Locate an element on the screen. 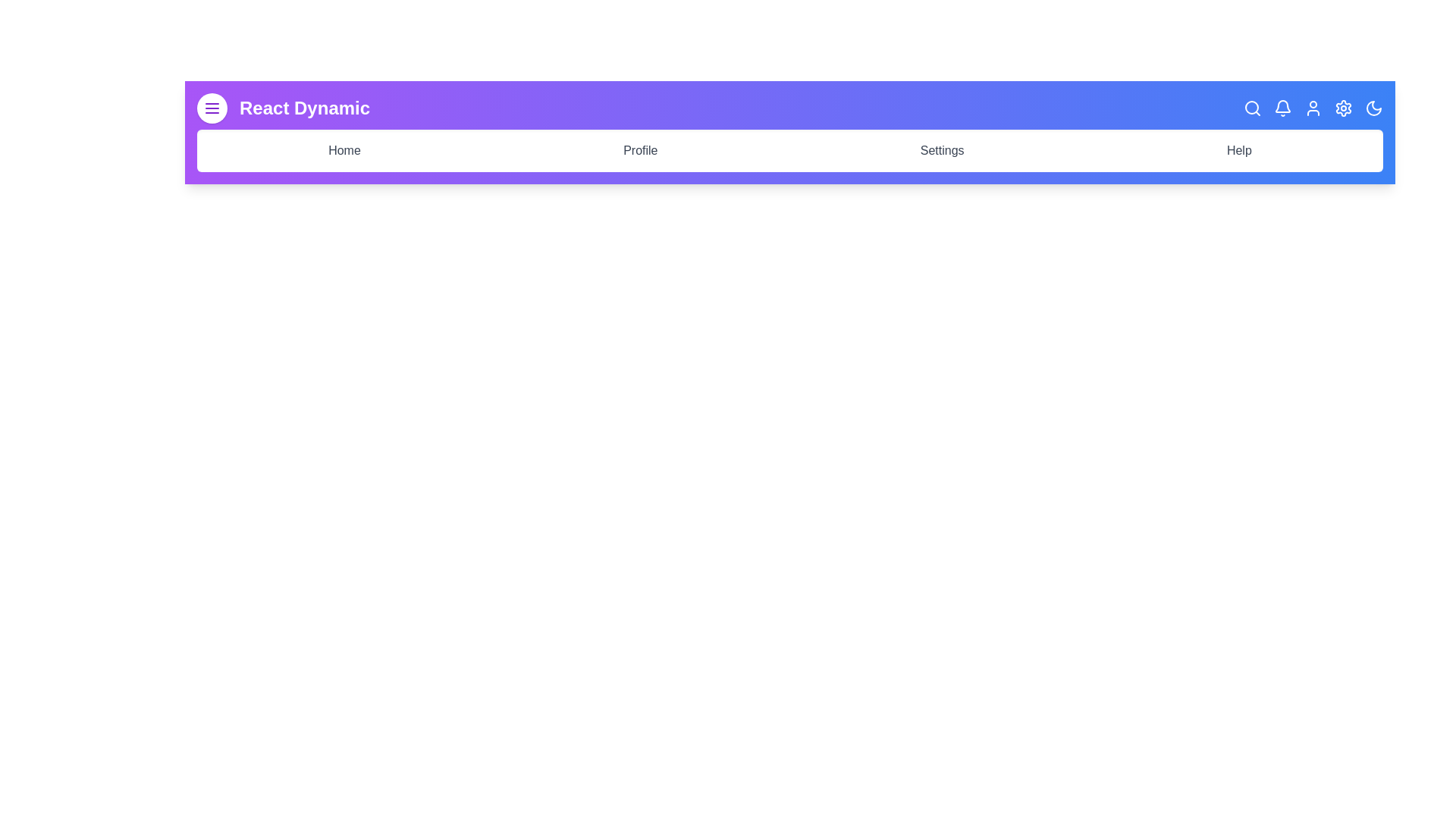  the Bell icon in the app bar is located at coordinates (1282, 107).